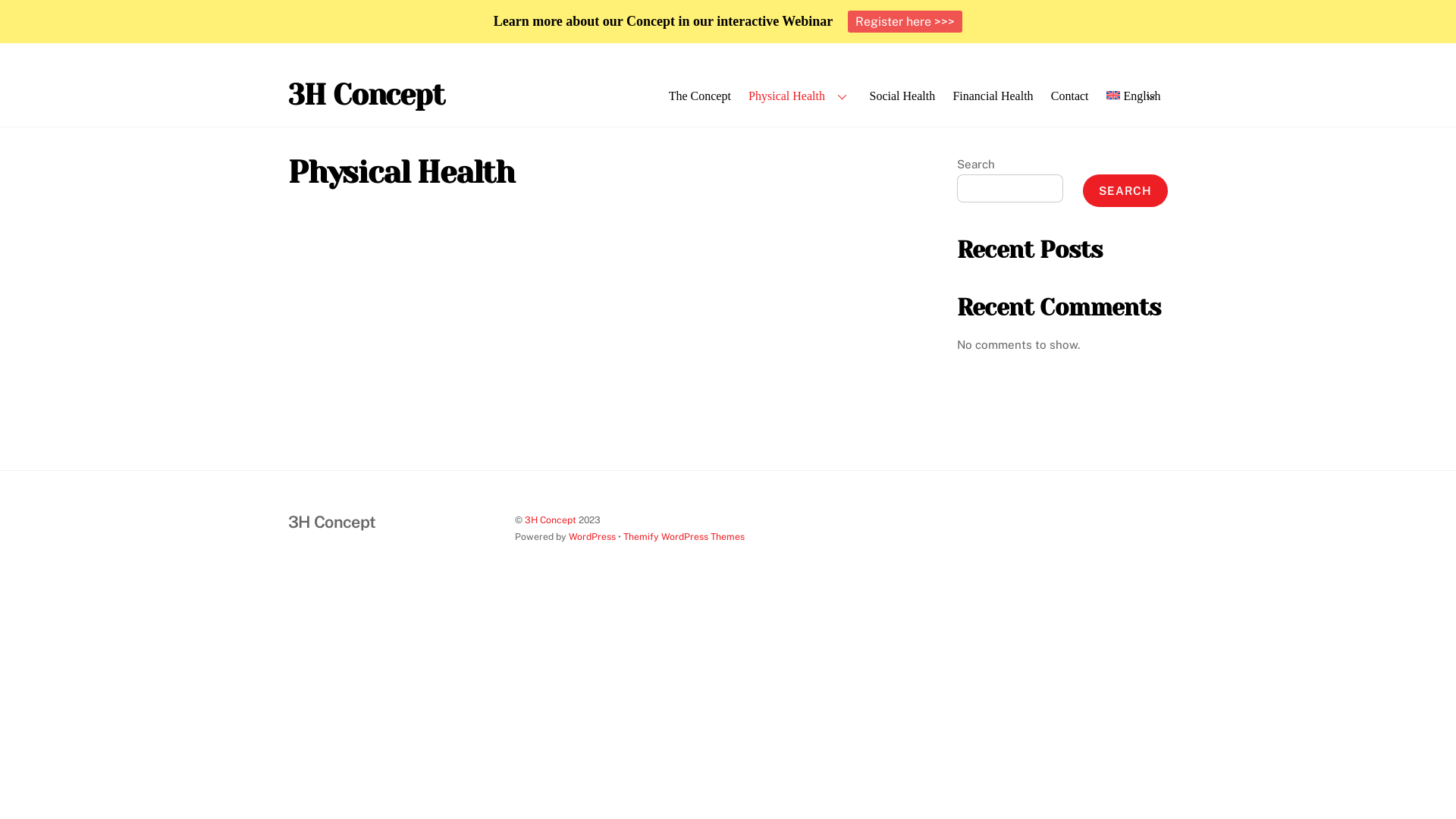 This screenshot has width=1456, height=819. I want to click on 'Contact', so click(1068, 96).